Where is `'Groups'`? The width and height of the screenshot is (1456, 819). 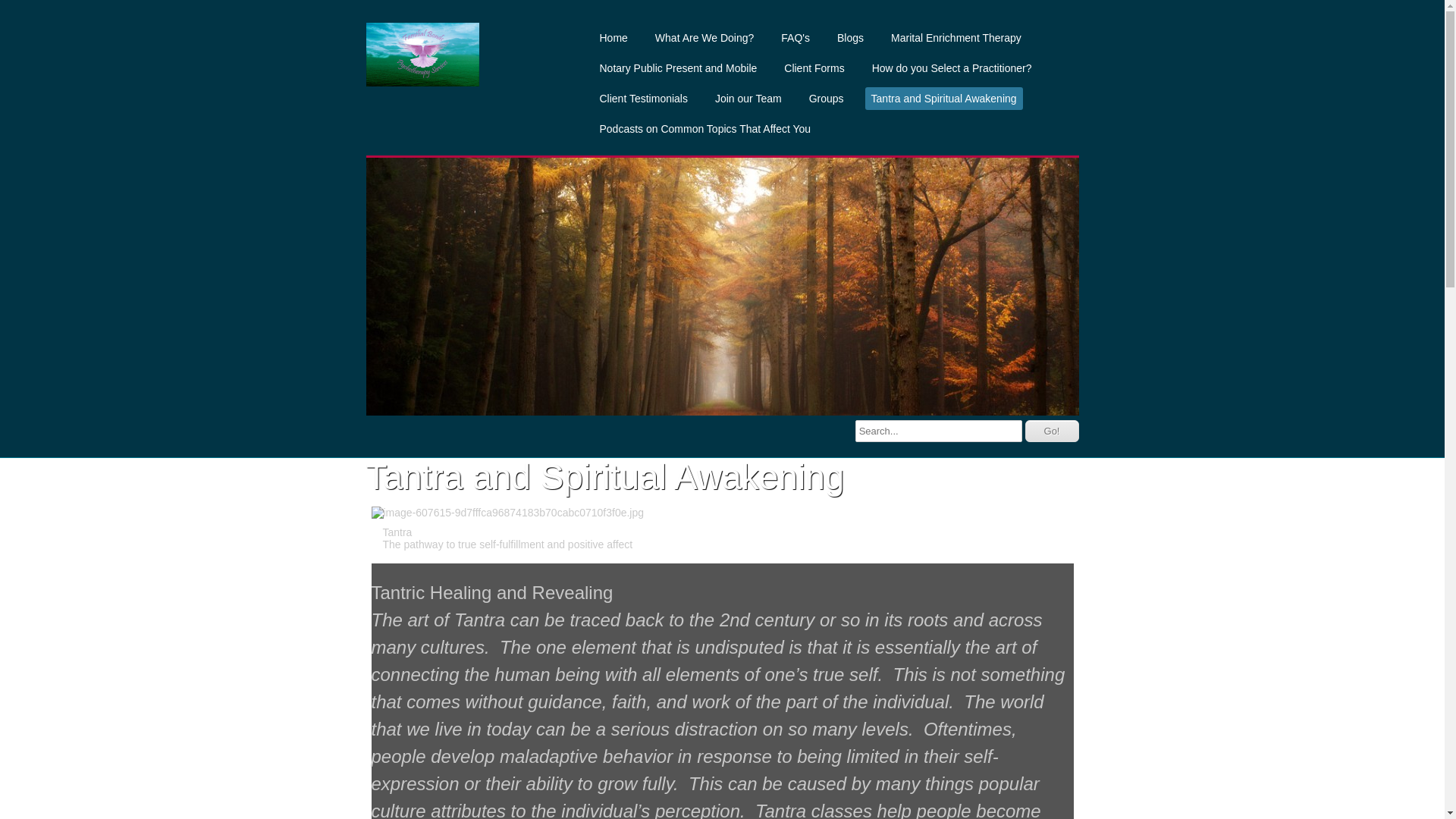
'Groups' is located at coordinates (802, 99).